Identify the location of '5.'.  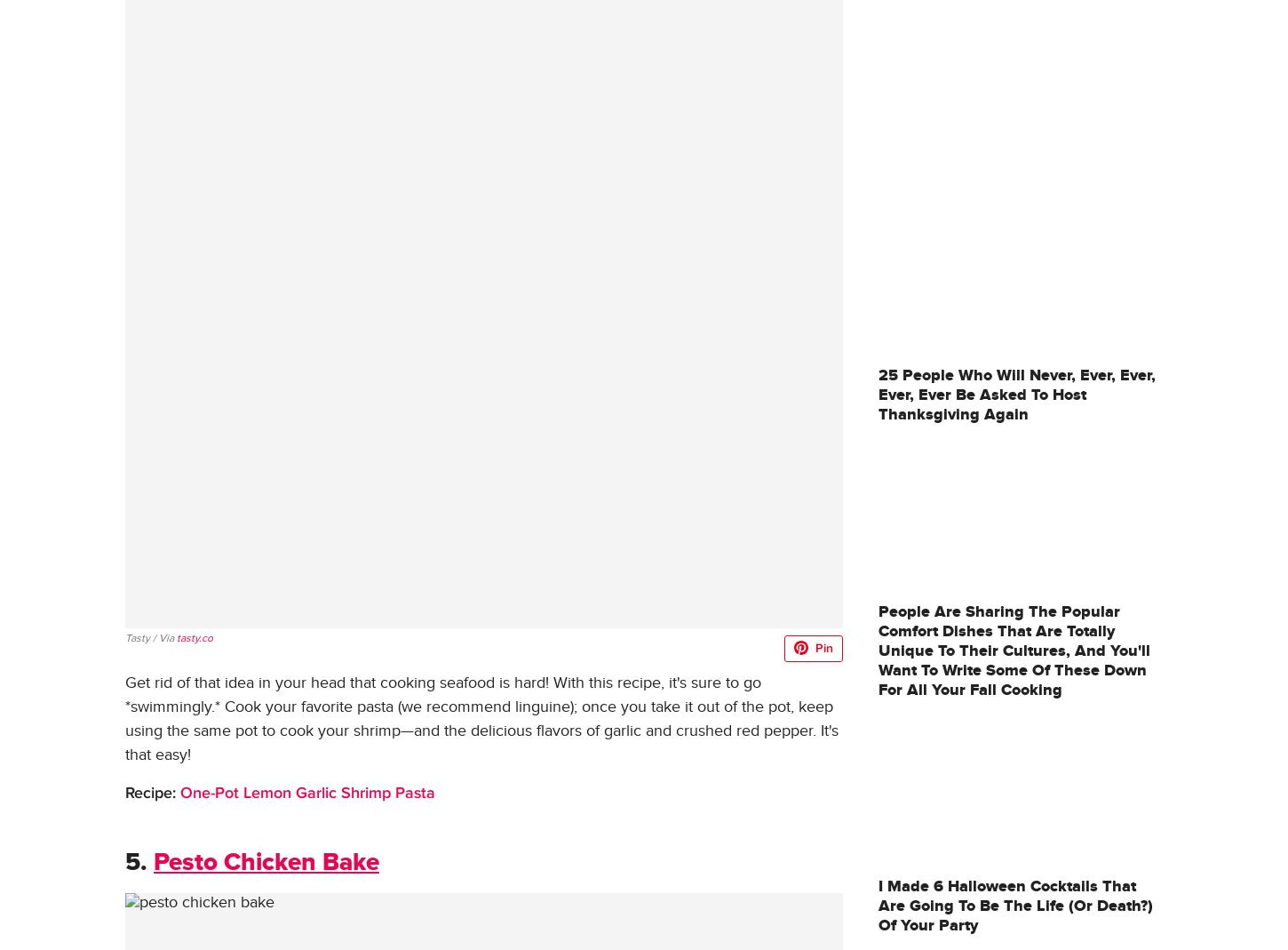
(135, 862).